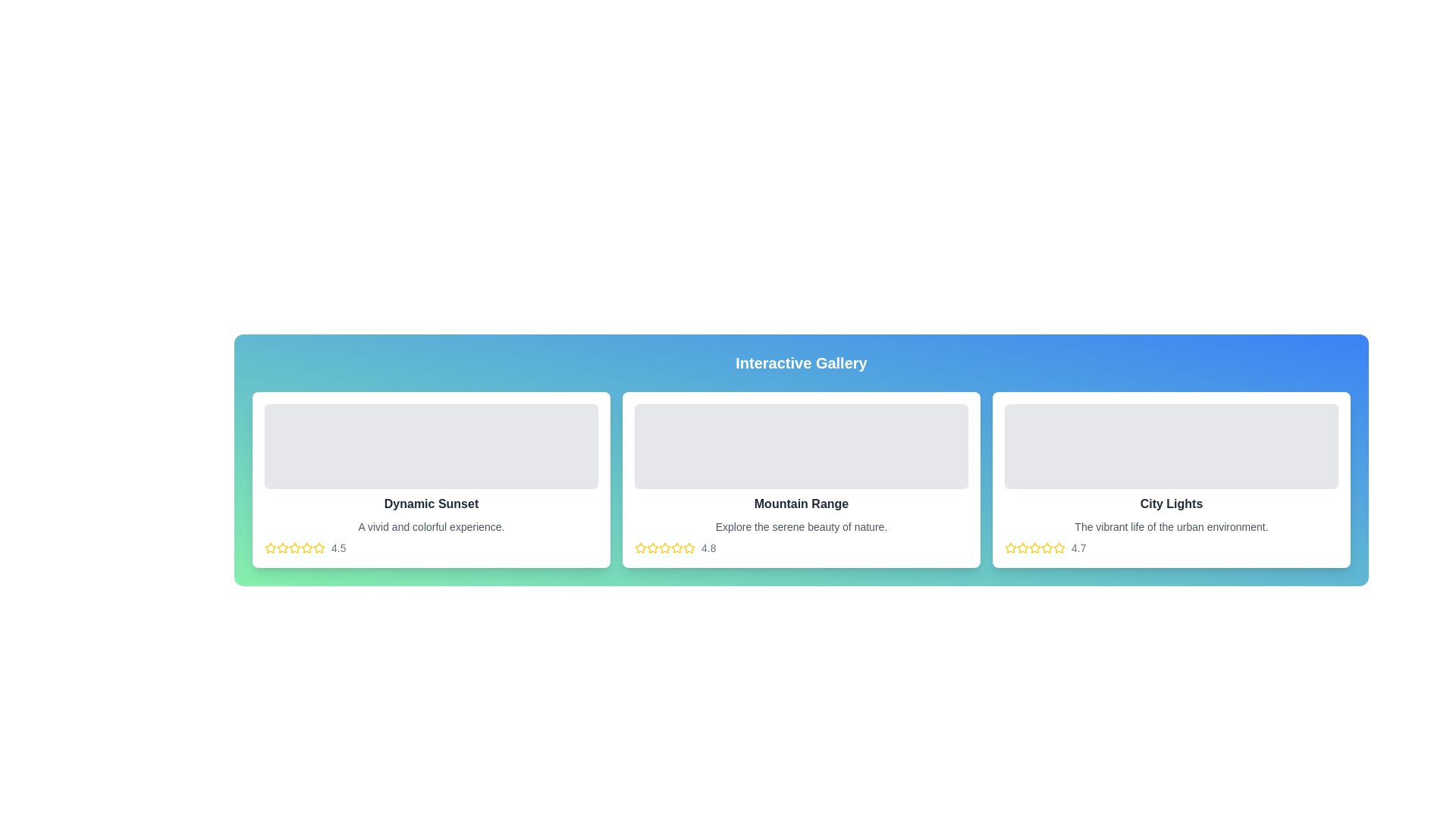 The height and width of the screenshot is (819, 1456). What do you see at coordinates (431, 504) in the screenshot?
I see `text from the title label of the first card in the horizontal gallery layout, positioned above the description text and below the placeholder image` at bounding box center [431, 504].